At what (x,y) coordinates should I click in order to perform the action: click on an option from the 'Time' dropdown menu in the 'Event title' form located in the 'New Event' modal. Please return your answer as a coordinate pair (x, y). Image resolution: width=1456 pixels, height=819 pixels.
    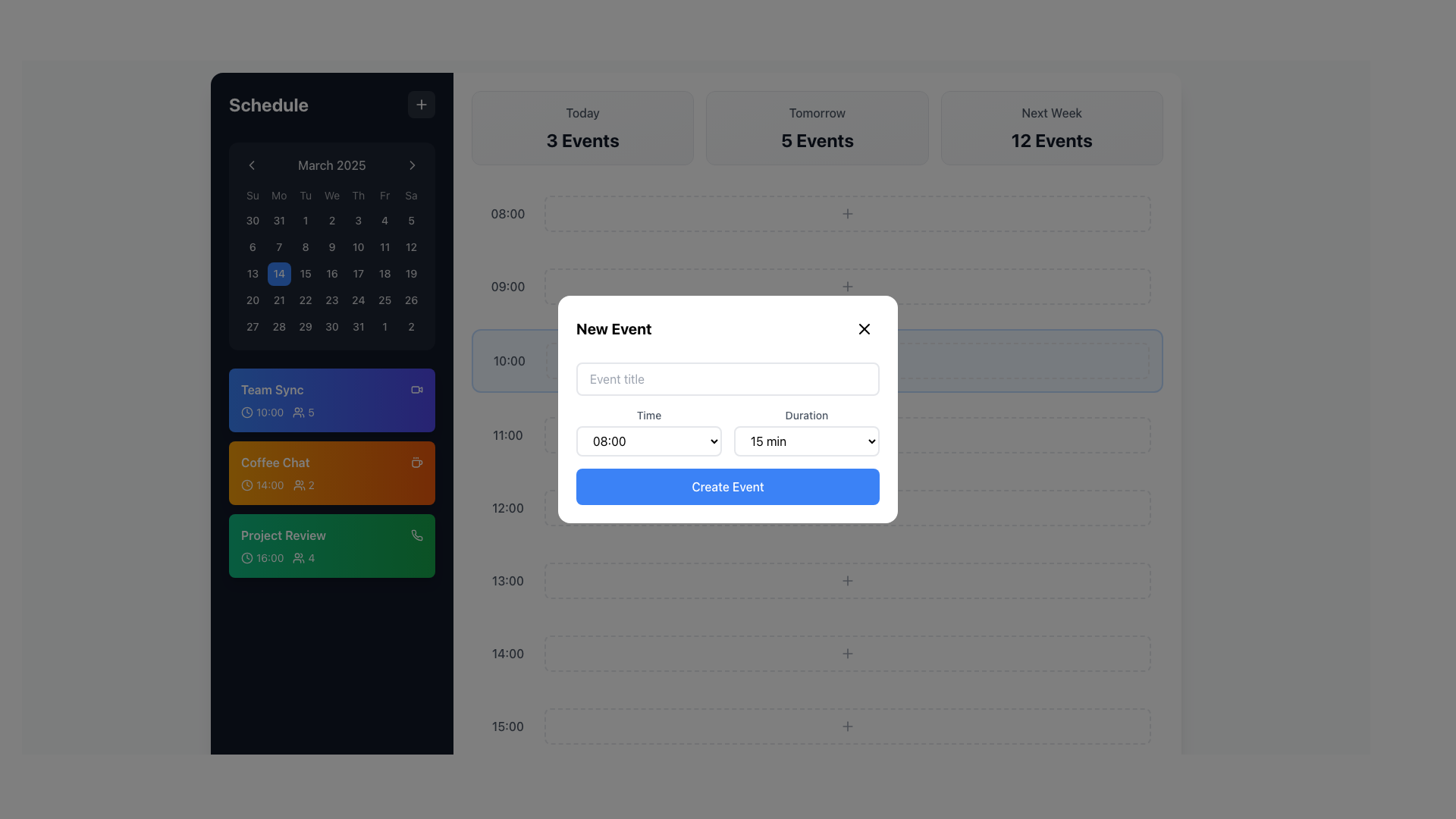
    Looking at the image, I should click on (728, 433).